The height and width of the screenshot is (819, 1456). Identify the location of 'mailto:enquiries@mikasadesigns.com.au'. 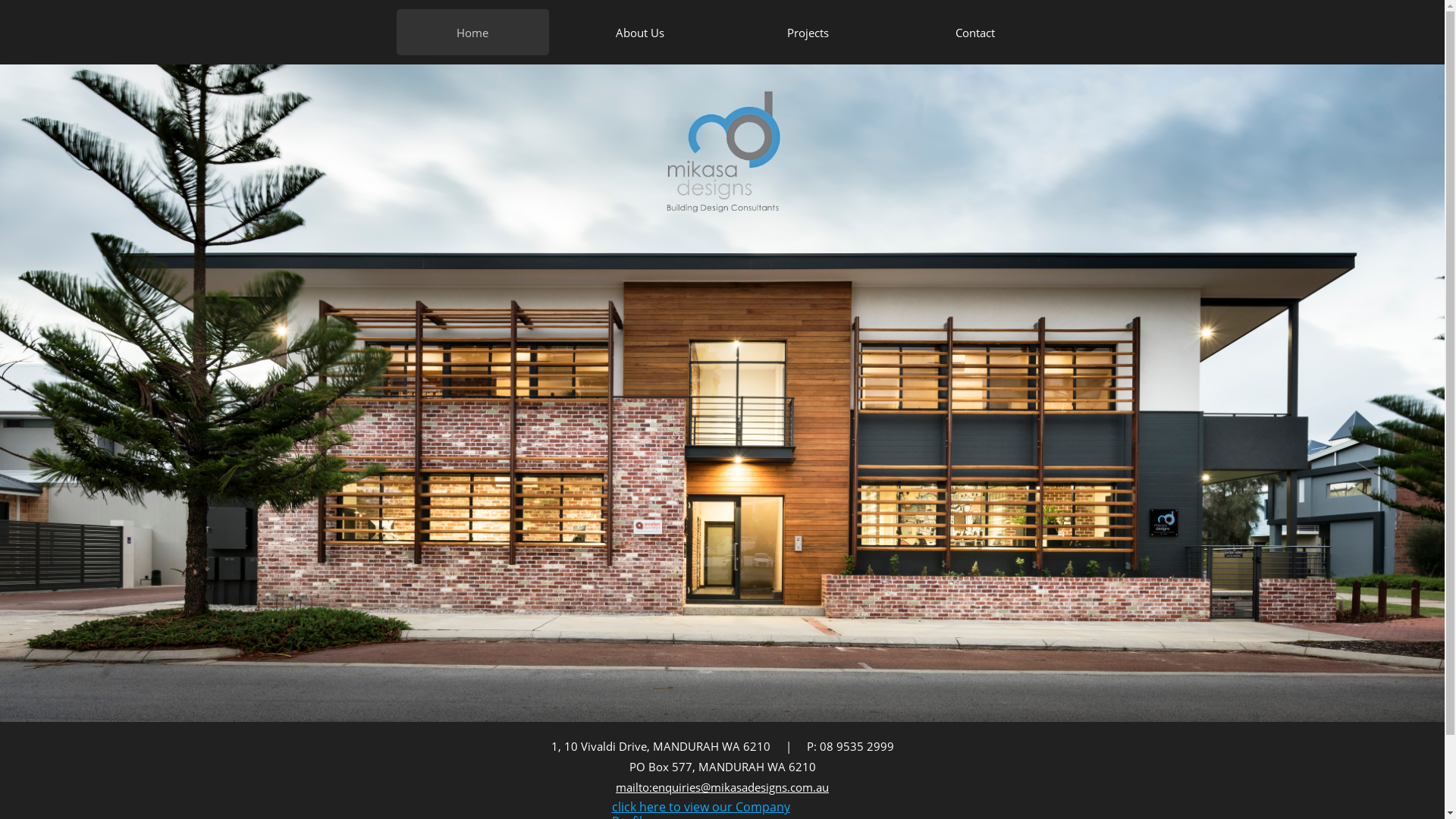
(721, 786).